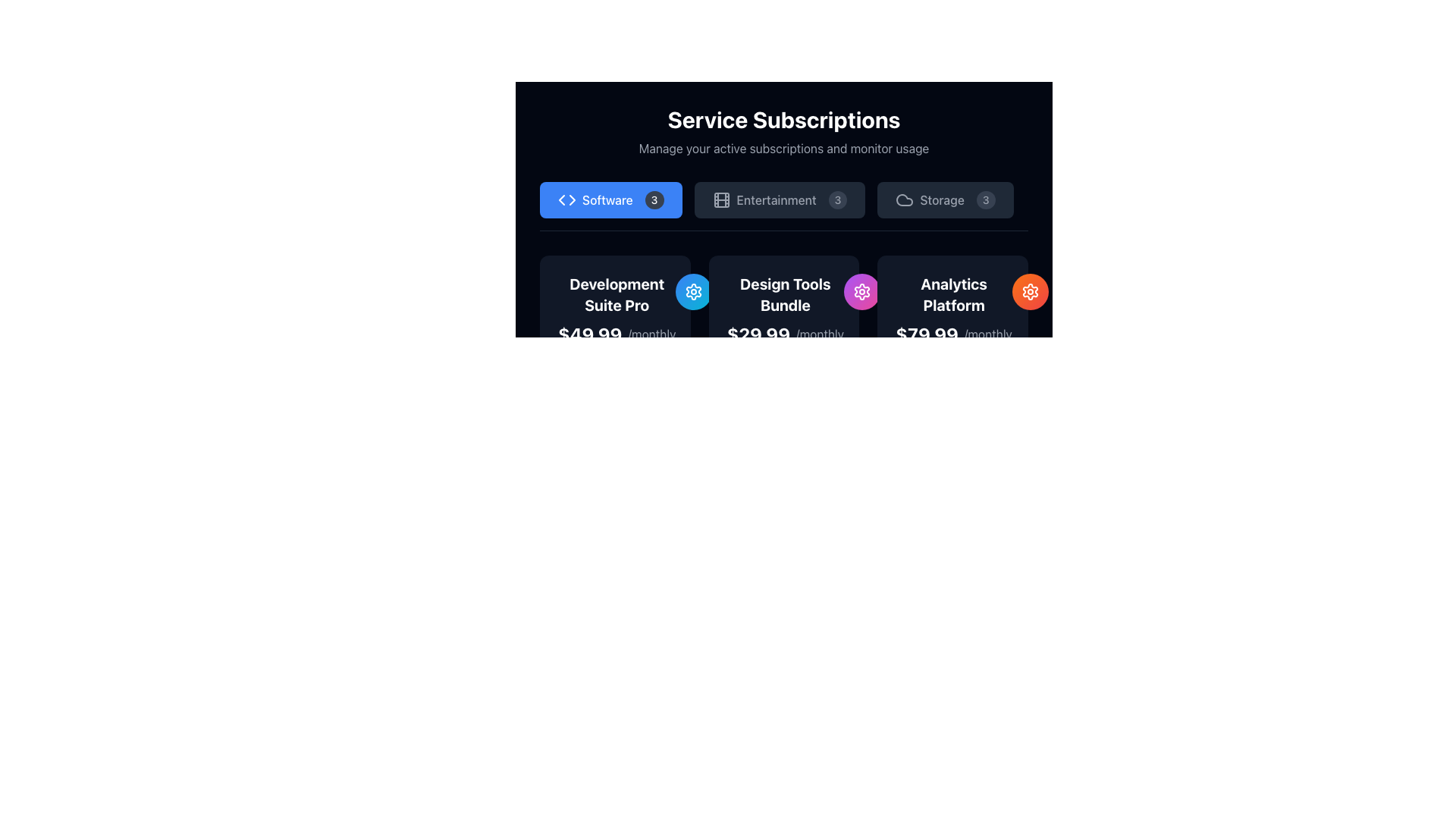 The height and width of the screenshot is (819, 1456). I want to click on the subscription option card located in the first column of the 'Service Subscriptions' section, which displays its name, usage statistics, price, and management option, so click(615, 380).